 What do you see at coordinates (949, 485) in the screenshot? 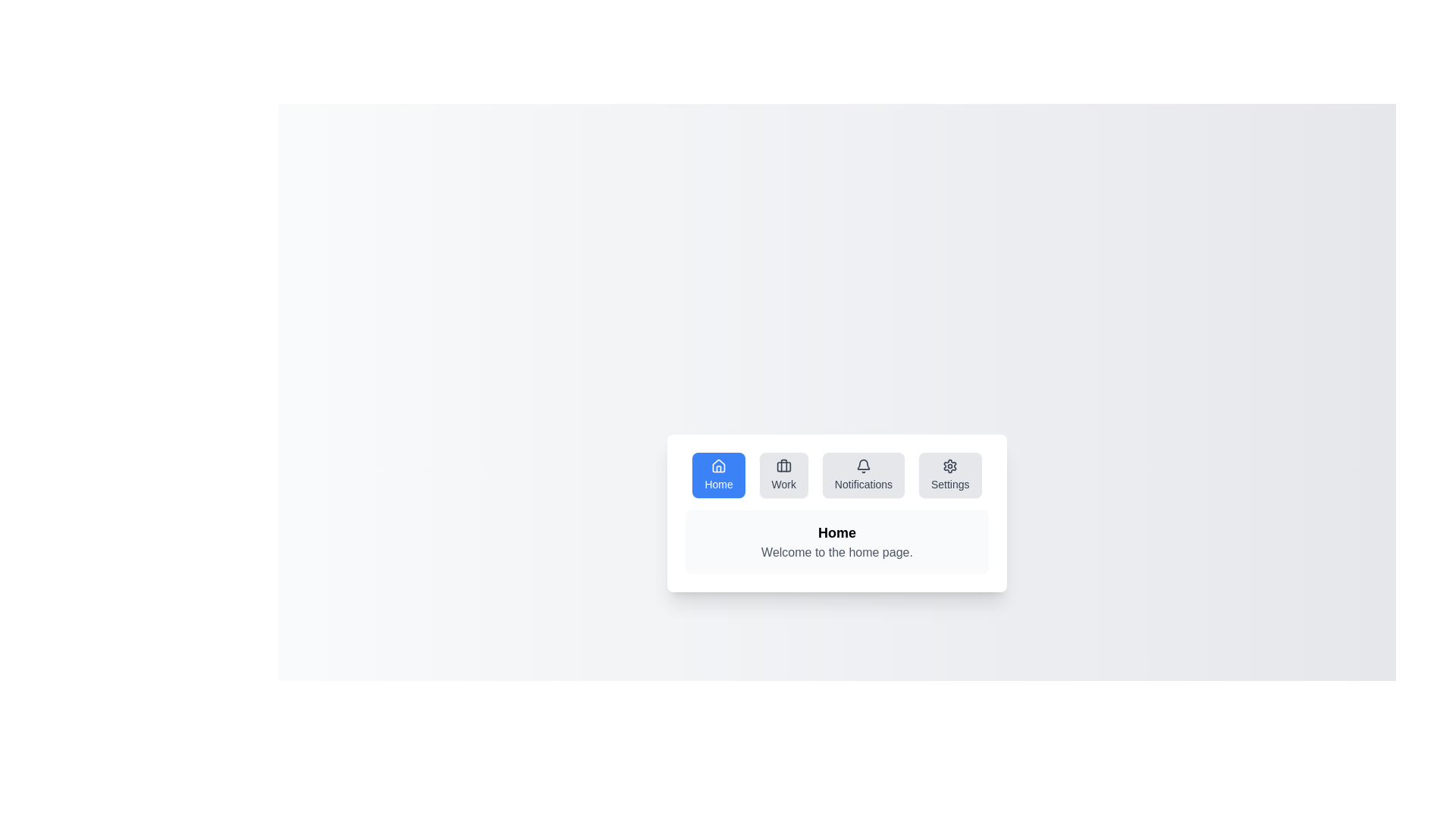
I see `the 'Settings' text label that is located at the bottom of the fourth button from the left in a horizontal button group, which is part of a card-like component` at bounding box center [949, 485].